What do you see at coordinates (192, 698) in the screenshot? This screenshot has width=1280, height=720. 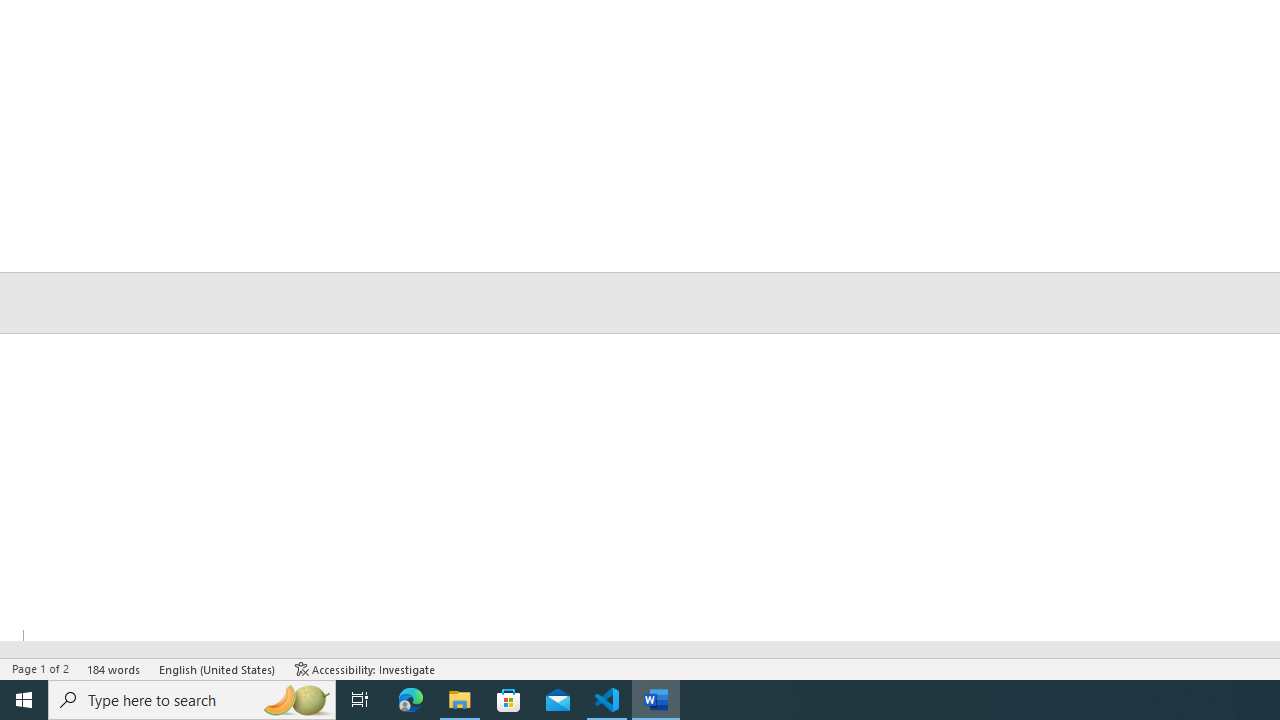 I see `'Type here to search'` at bounding box center [192, 698].